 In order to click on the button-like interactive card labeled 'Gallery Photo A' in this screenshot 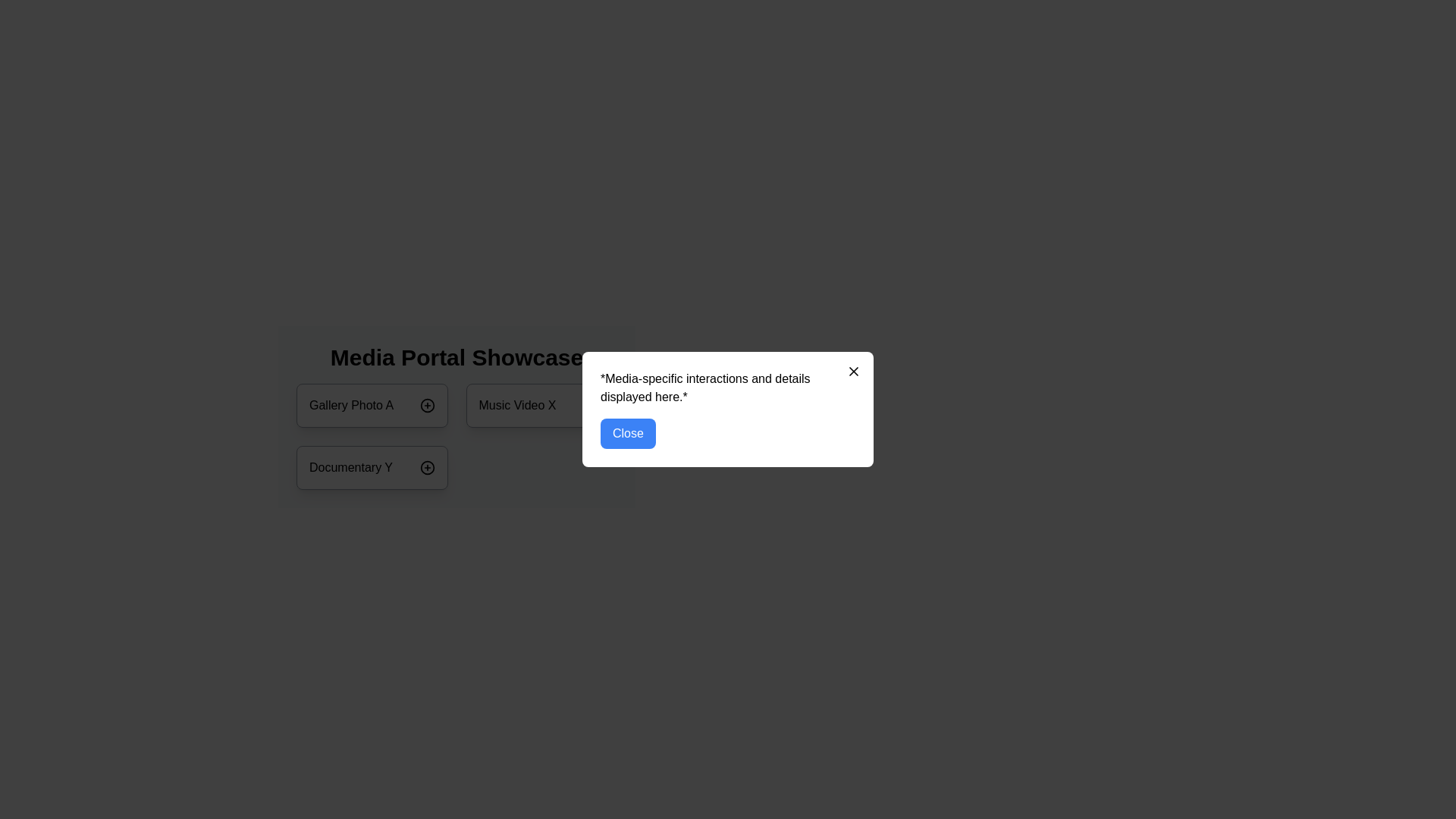, I will do `click(372, 405)`.